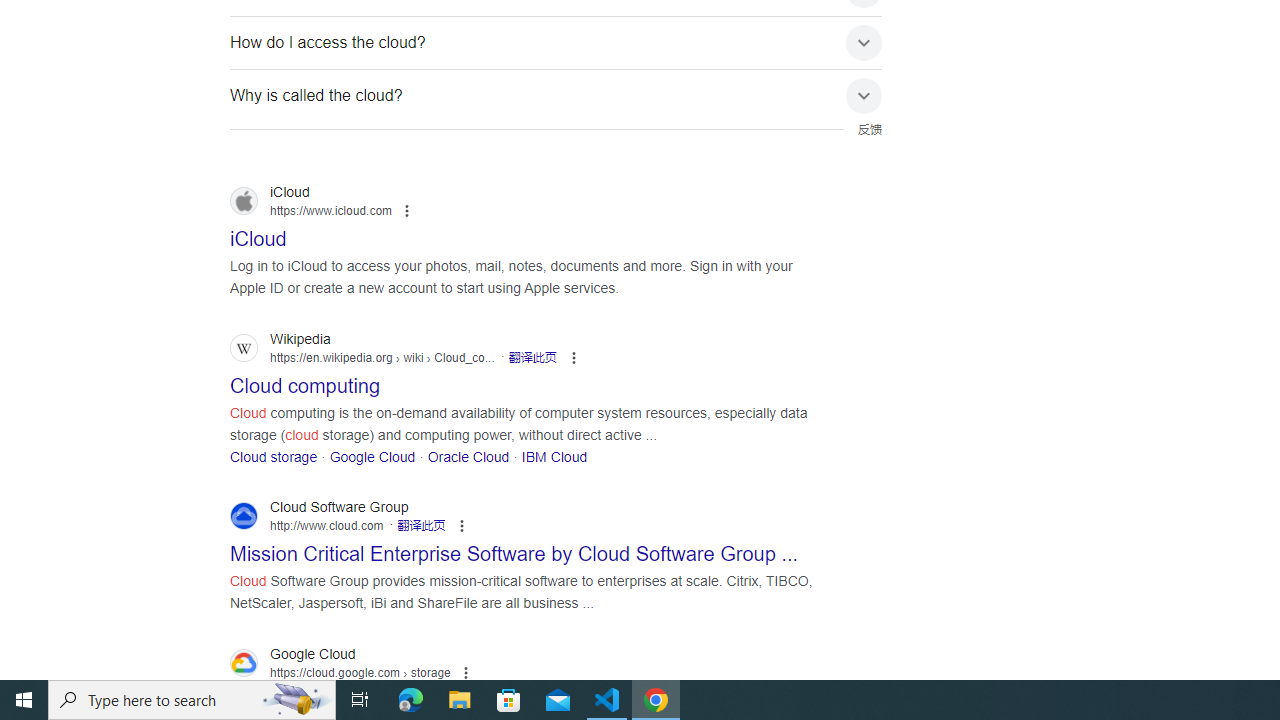 The image size is (1280, 720). Describe the element at coordinates (467, 456) in the screenshot. I see `'Oracle Cloud'` at that location.